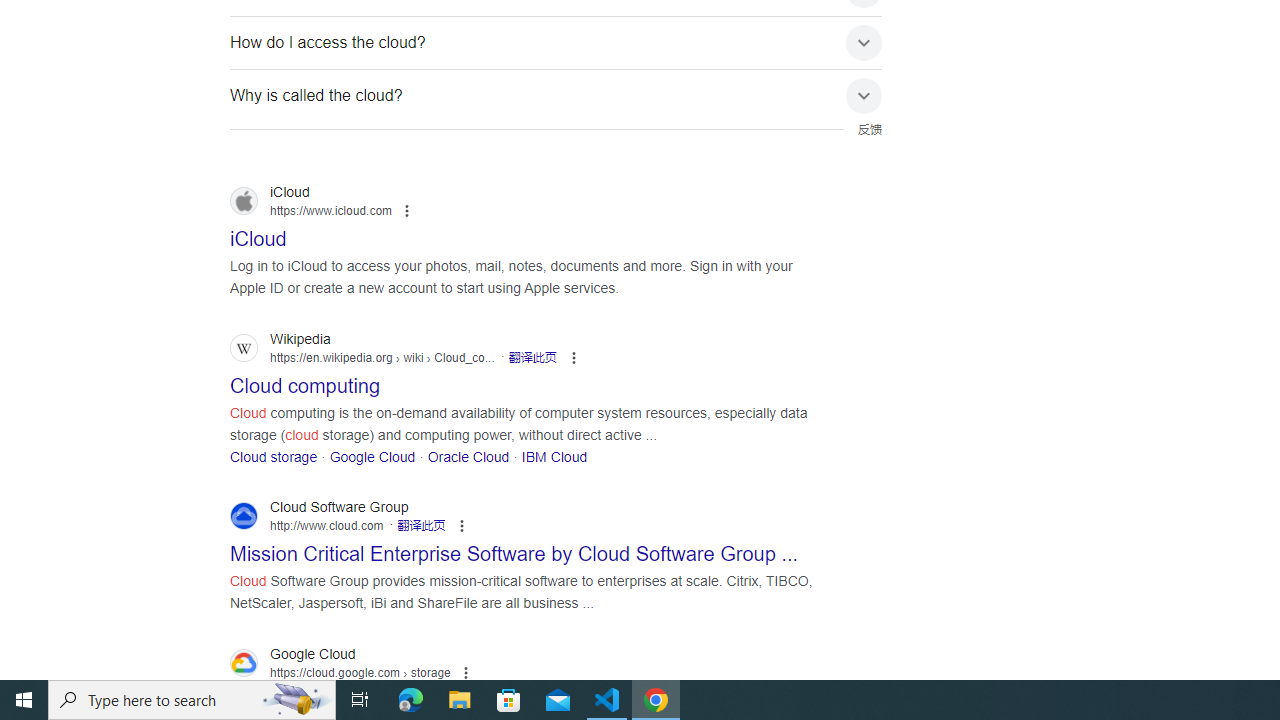 The image size is (1280, 720). Describe the element at coordinates (467, 456) in the screenshot. I see `'Oracle Cloud'` at that location.